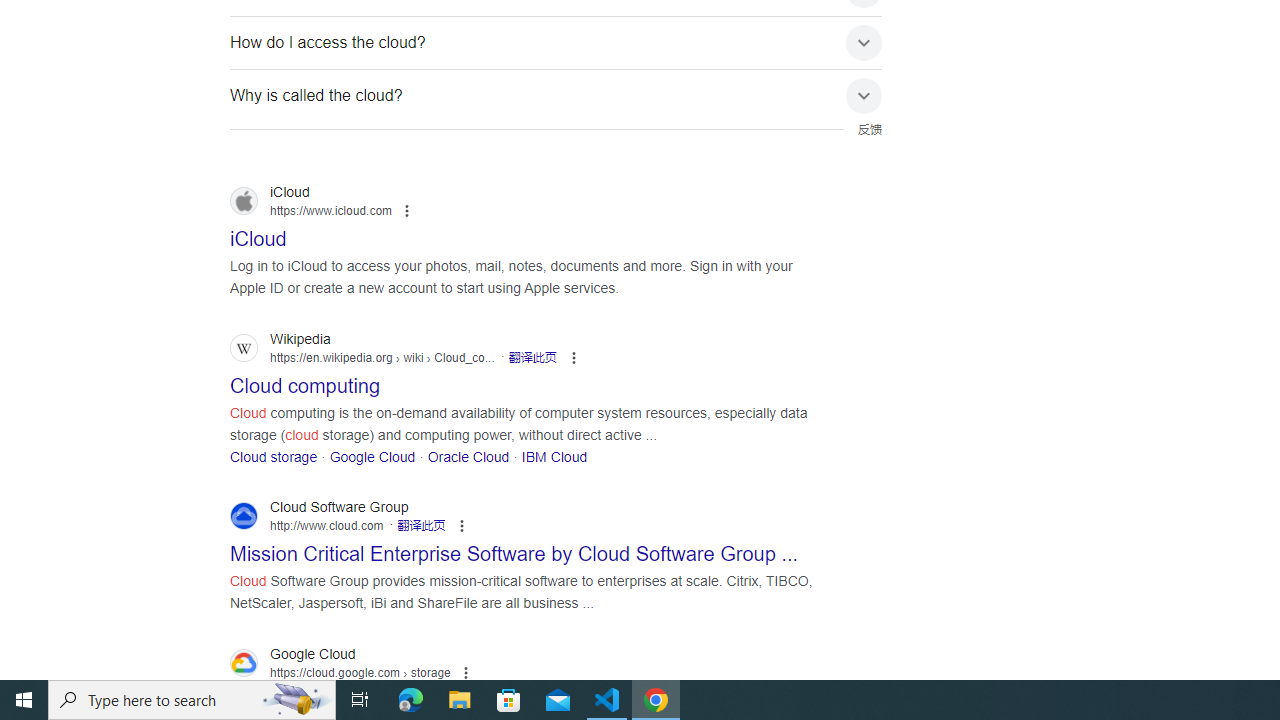 The image size is (1280, 720). Describe the element at coordinates (467, 456) in the screenshot. I see `'Oracle Cloud'` at that location.